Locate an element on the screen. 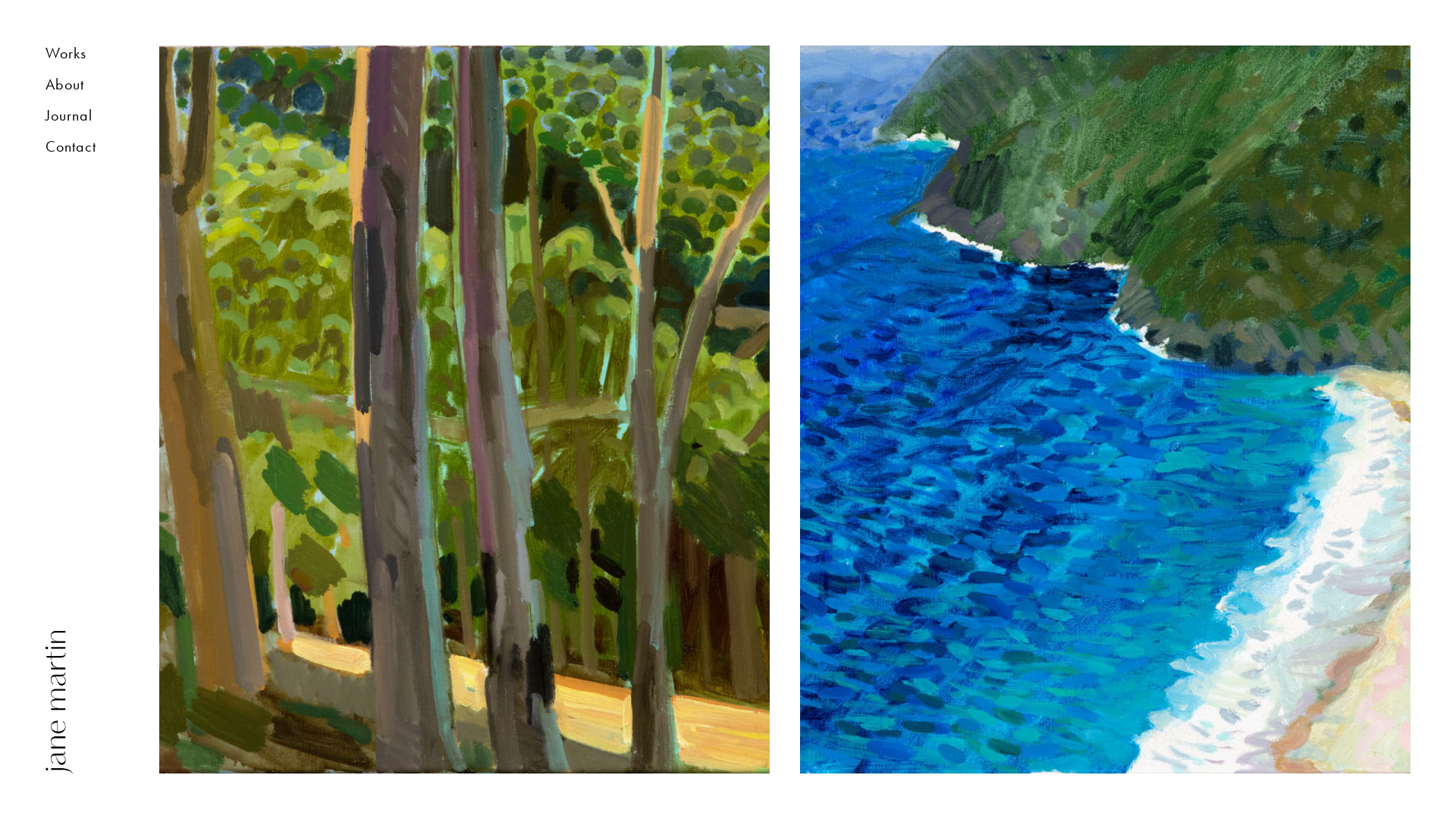 This screenshot has height=819, width=1456. 'Works' is located at coordinates (79, 57).